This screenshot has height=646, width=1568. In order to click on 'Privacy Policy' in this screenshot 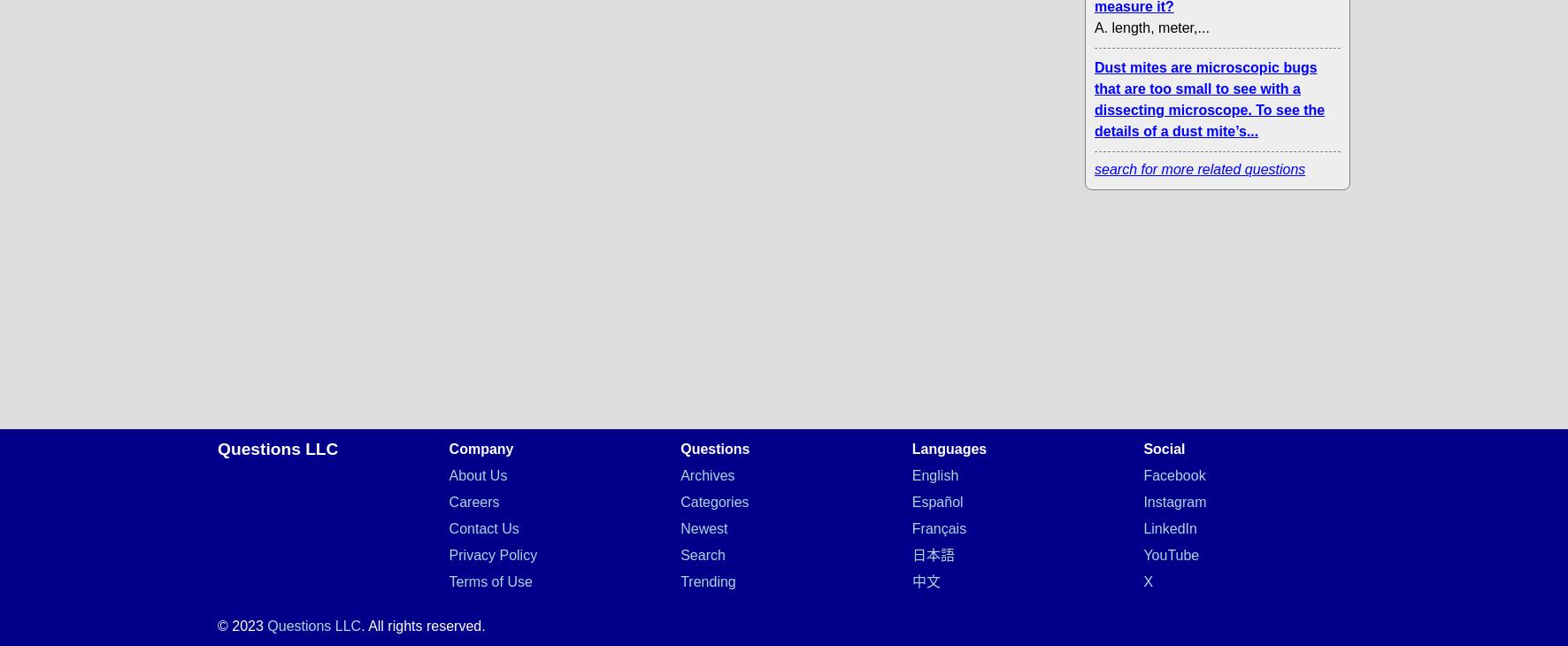, I will do `click(492, 555)`.